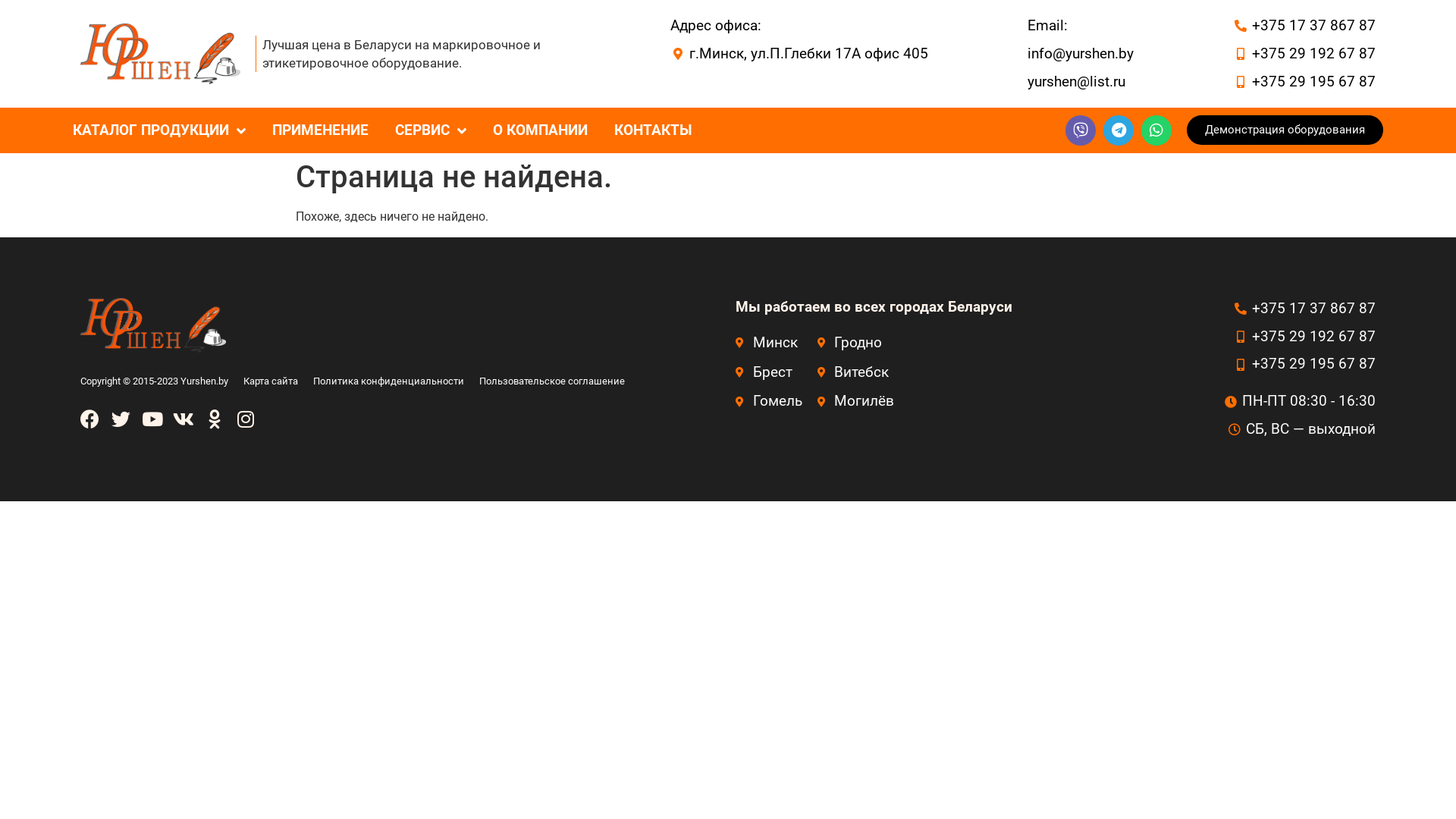 The height and width of the screenshot is (819, 1456). Describe the element at coordinates (1303, 336) in the screenshot. I see `'+375 29 192 67 87'` at that location.